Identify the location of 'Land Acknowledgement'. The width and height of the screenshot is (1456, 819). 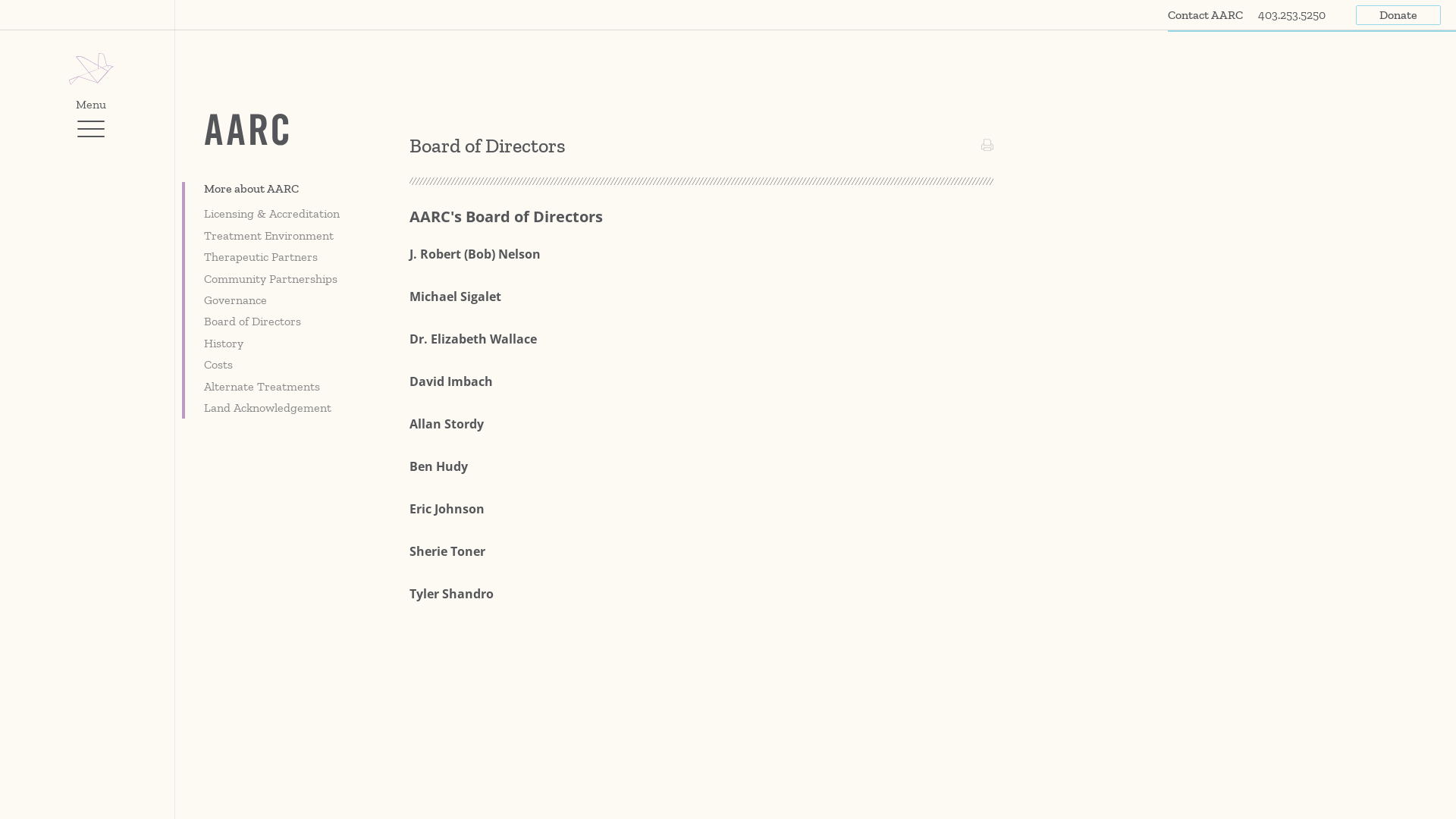
(284, 406).